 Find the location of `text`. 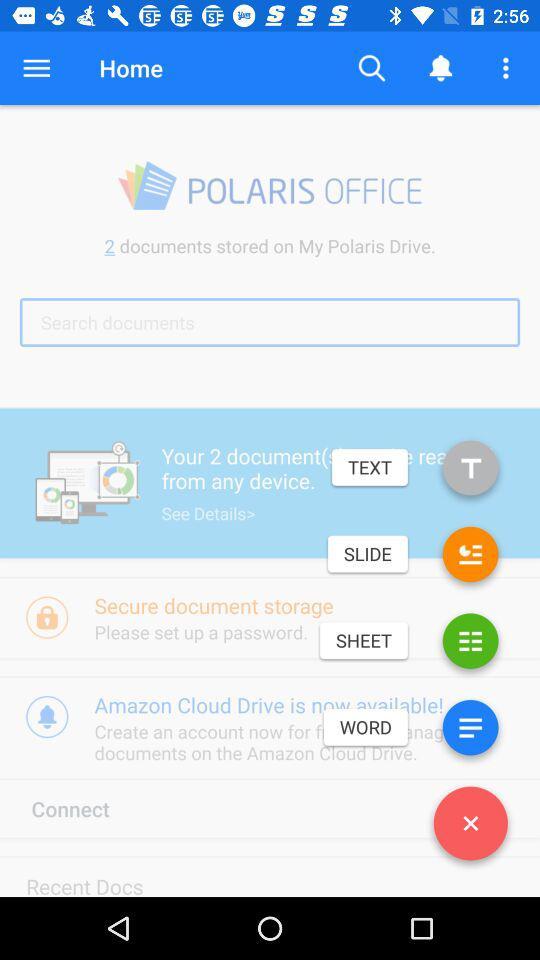

text is located at coordinates (470, 471).